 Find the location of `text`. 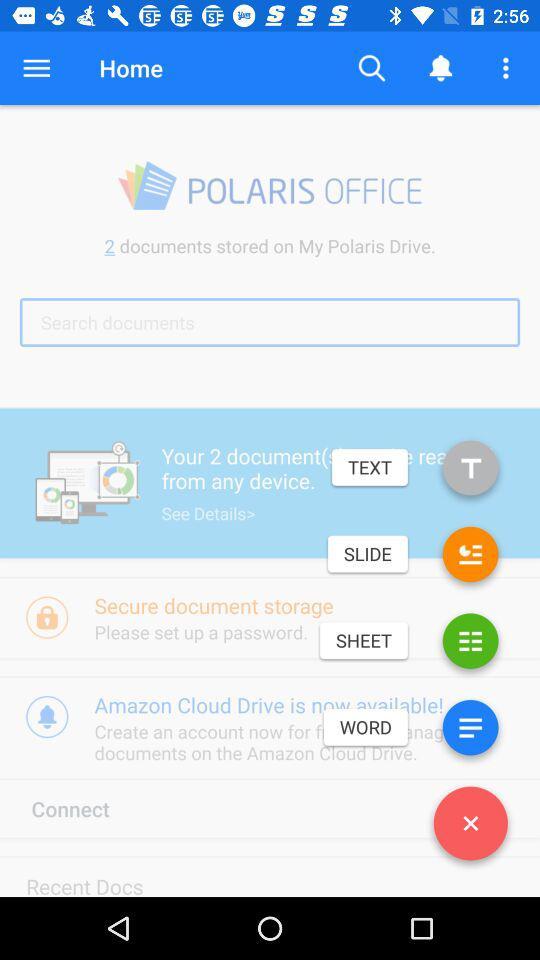

text is located at coordinates (470, 471).